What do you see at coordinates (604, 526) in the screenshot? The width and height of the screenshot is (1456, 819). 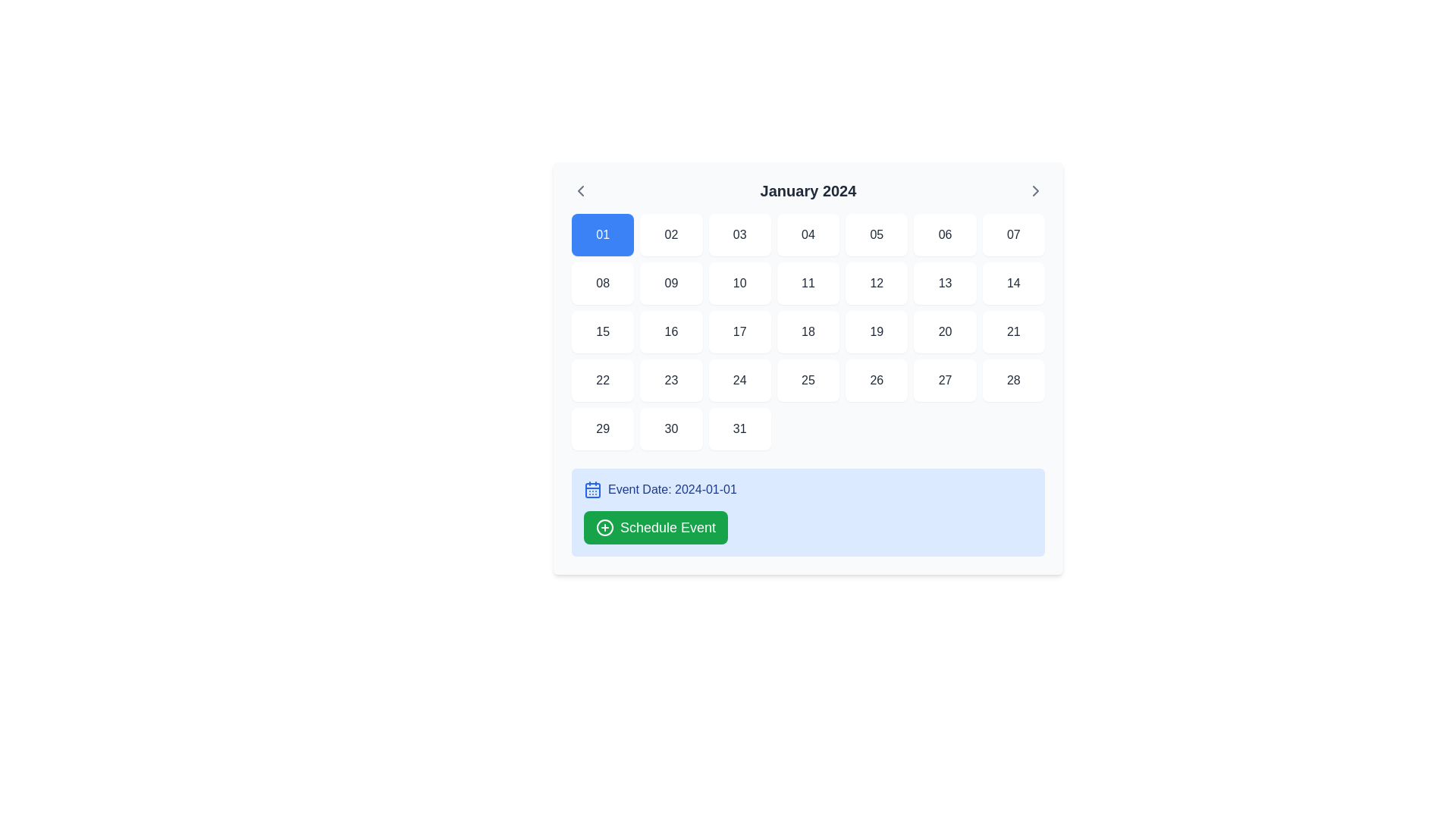 I see `the icon located to the left of the 'Schedule Event' text within the green button at the bottom-center of the interface to interact with the 'Schedule Event' button` at bounding box center [604, 526].